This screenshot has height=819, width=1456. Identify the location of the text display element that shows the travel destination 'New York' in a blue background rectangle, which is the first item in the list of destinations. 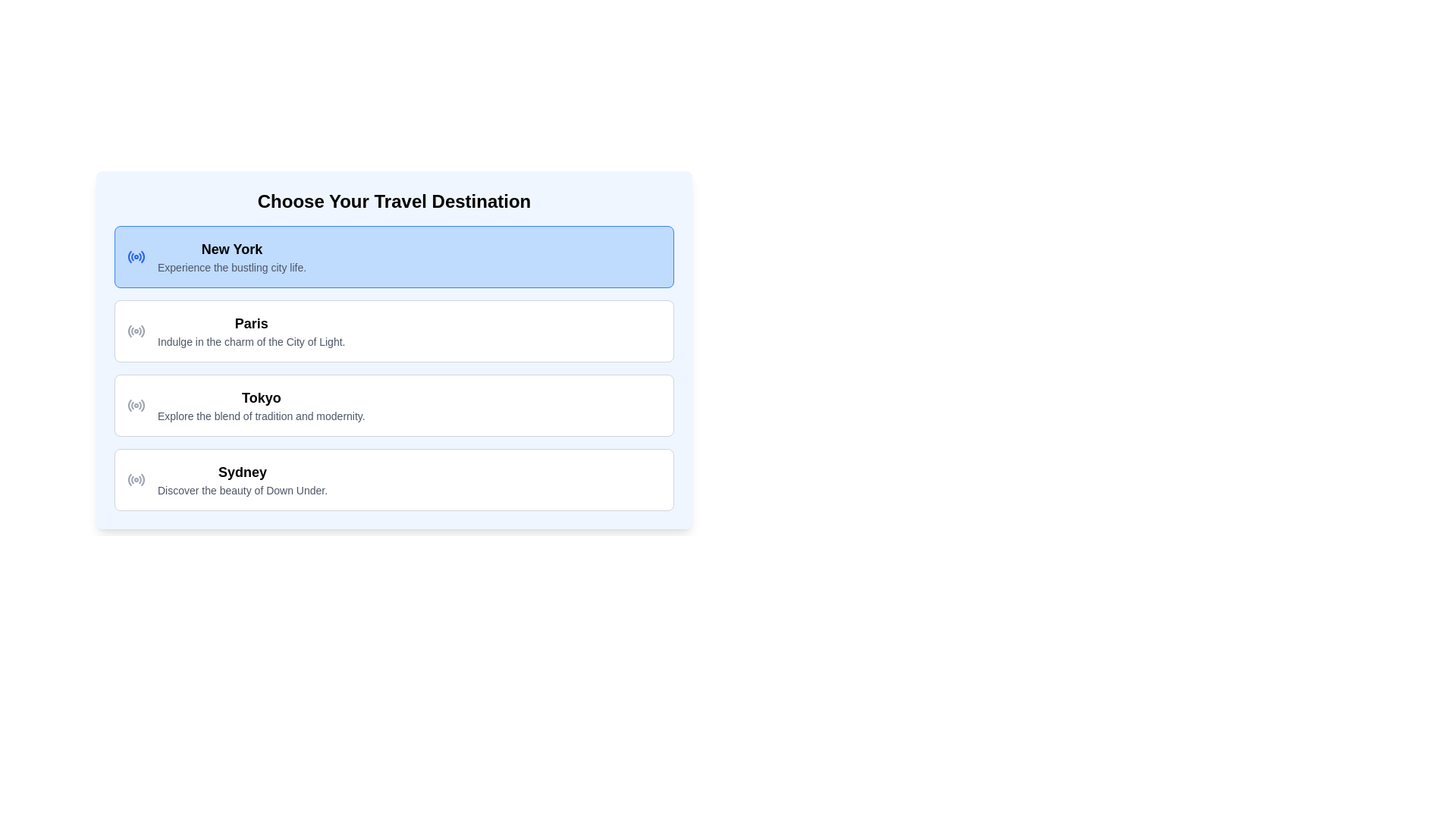
(231, 256).